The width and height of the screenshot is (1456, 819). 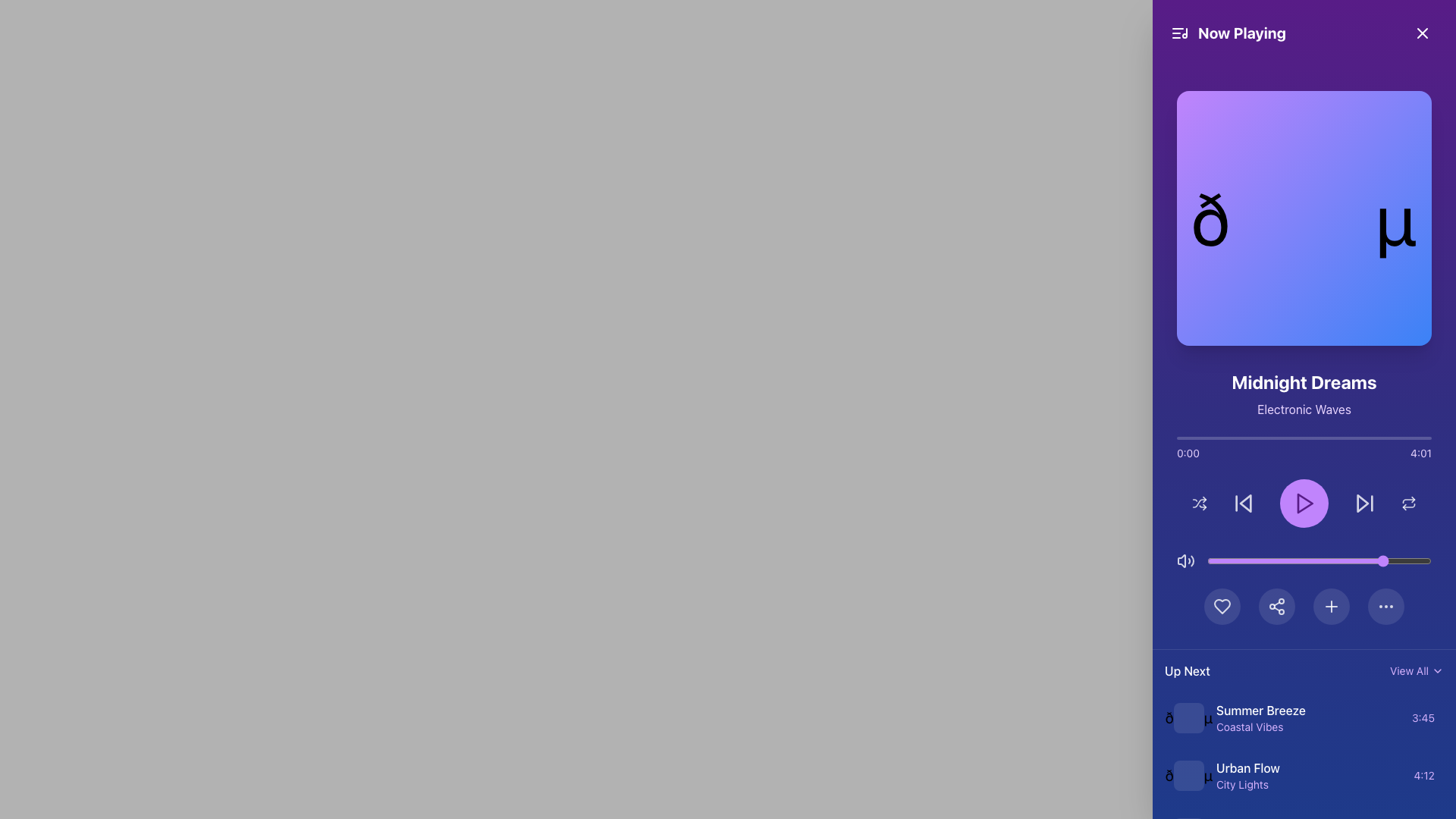 I want to click on the small text label displaying the time '4:01', which is styled in light purple on a dark purple background, located at the far-right side of the music playback interface timeline, so click(x=1420, y=452).